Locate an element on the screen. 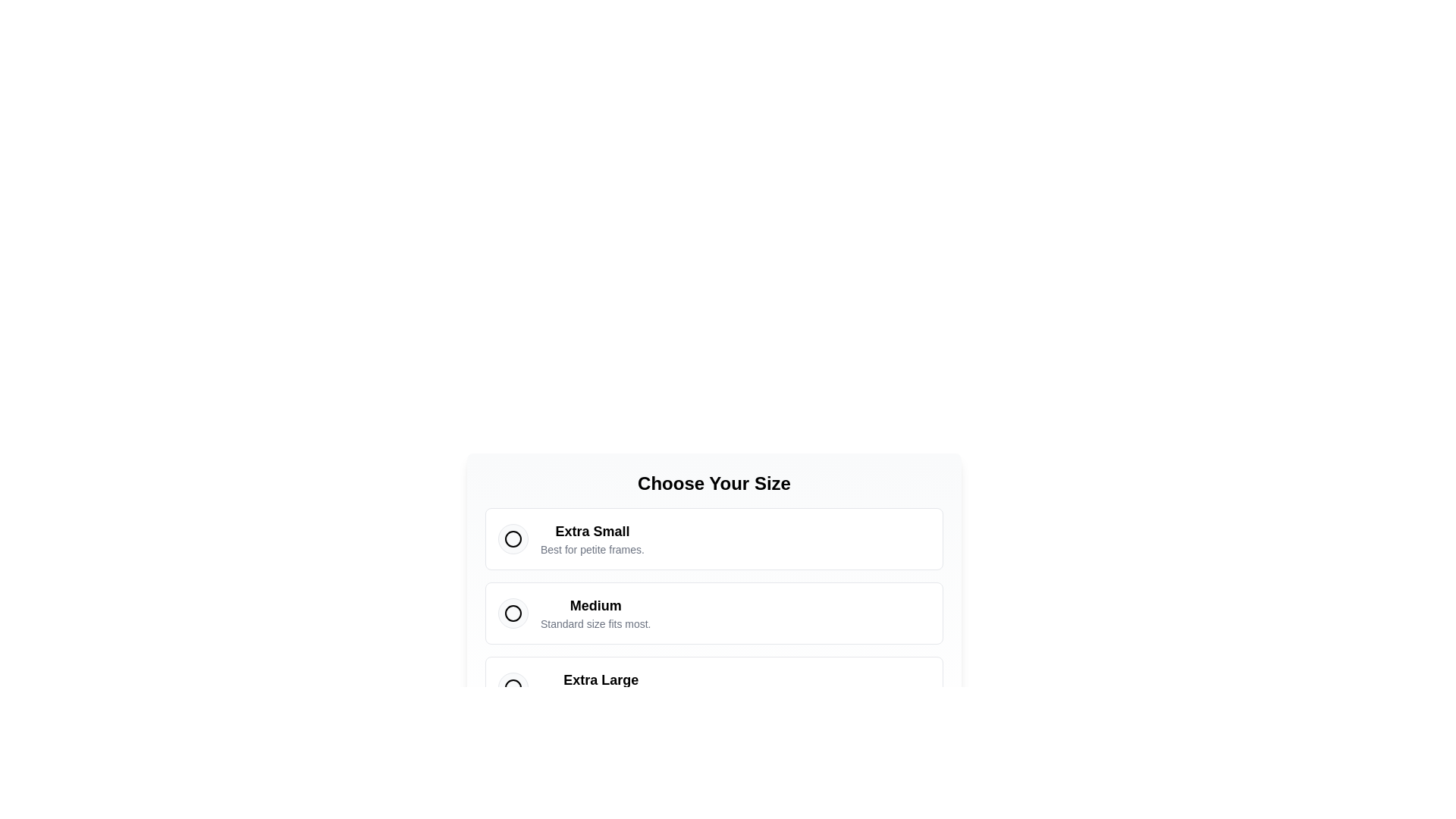 The width and height of the screenshot is (1456, 819). the 'Extra Small' radio button located under the 'Choose Your Size' header is located at coordinates (513, 538).